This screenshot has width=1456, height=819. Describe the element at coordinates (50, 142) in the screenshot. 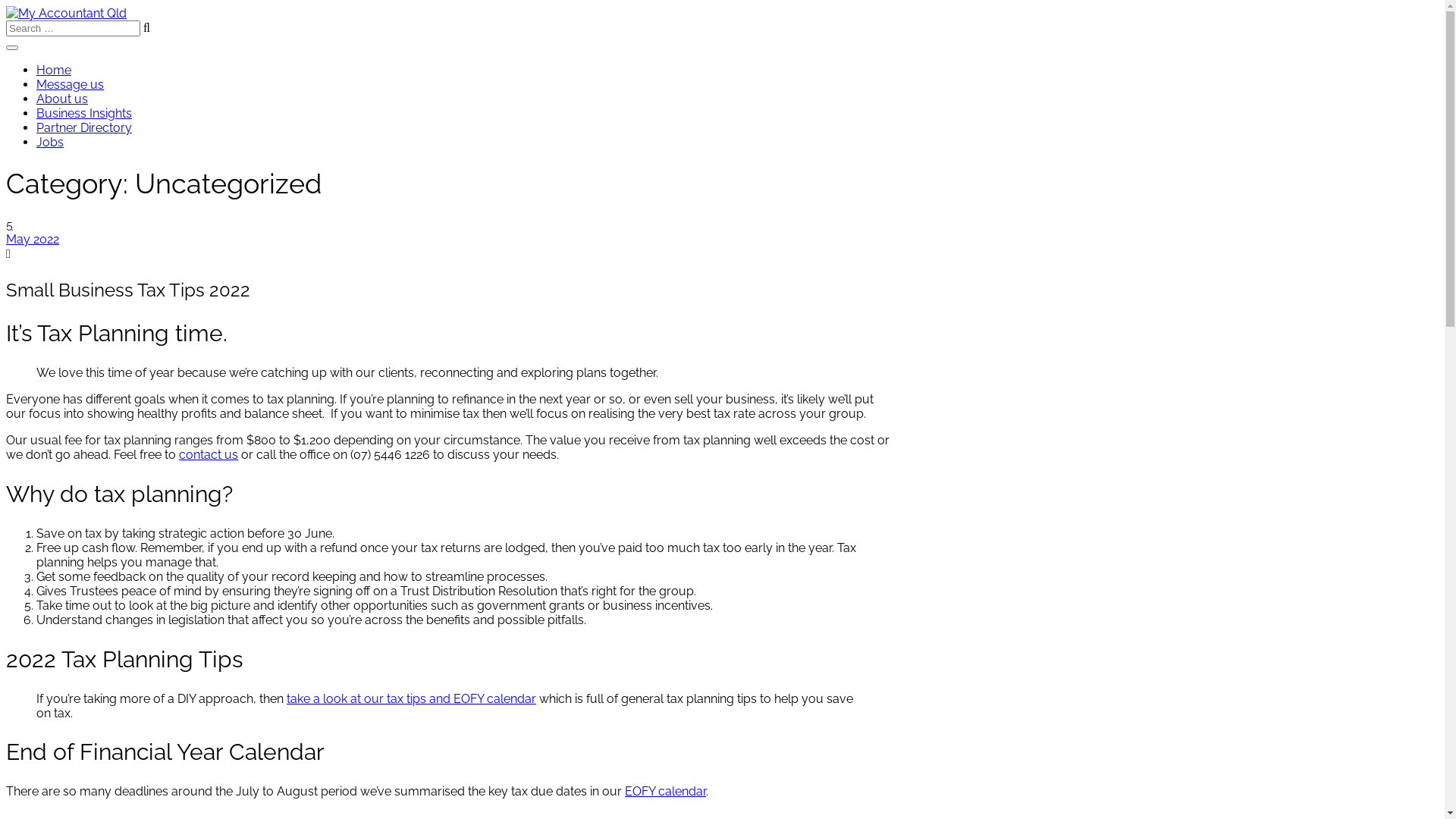

I see `'Jobs'` at that location.